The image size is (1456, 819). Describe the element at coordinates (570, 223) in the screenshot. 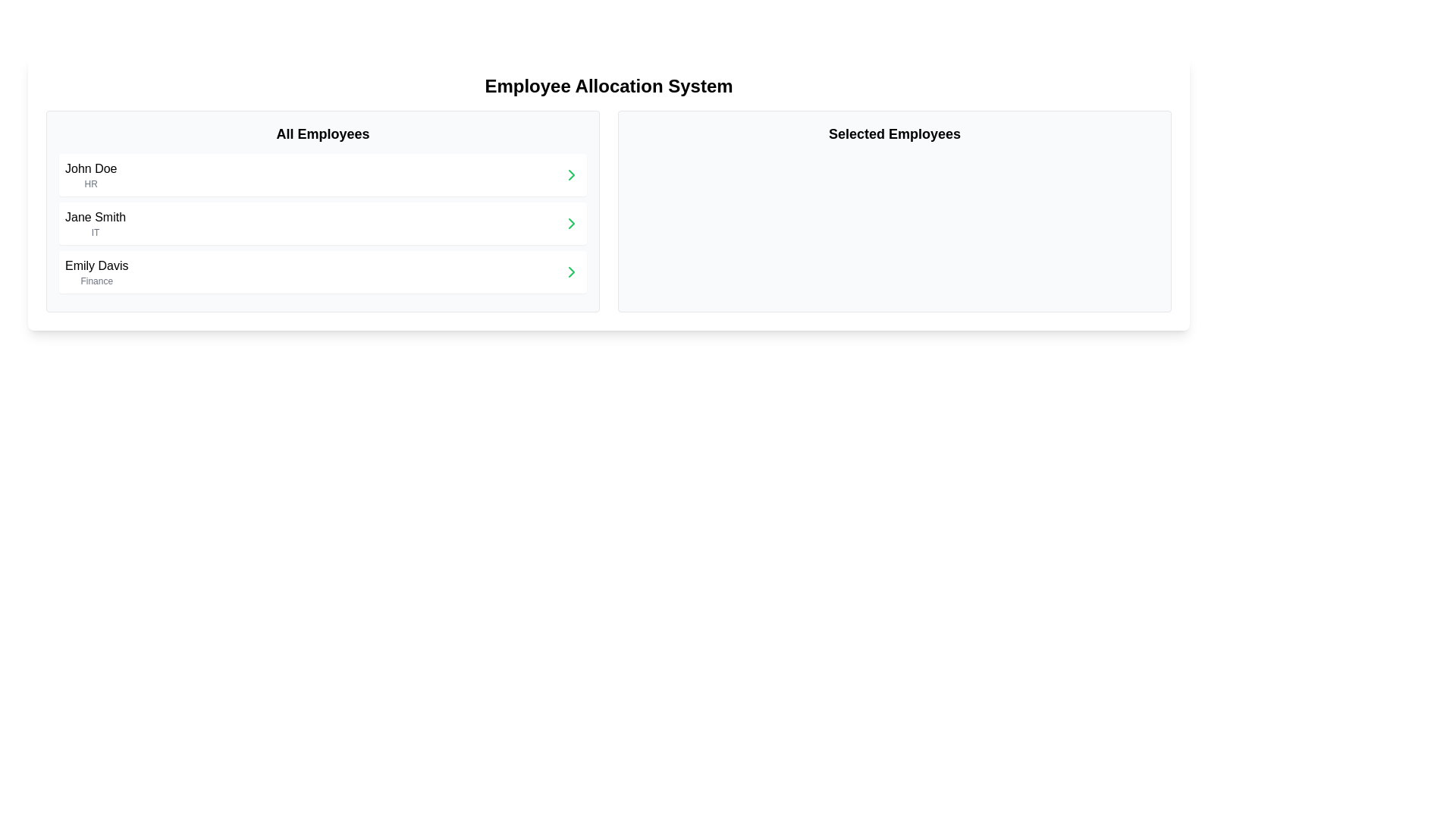

I see `the Icon button located on the far right of the 'Jane Smith' entry in the 'All Employees' list` at that location.